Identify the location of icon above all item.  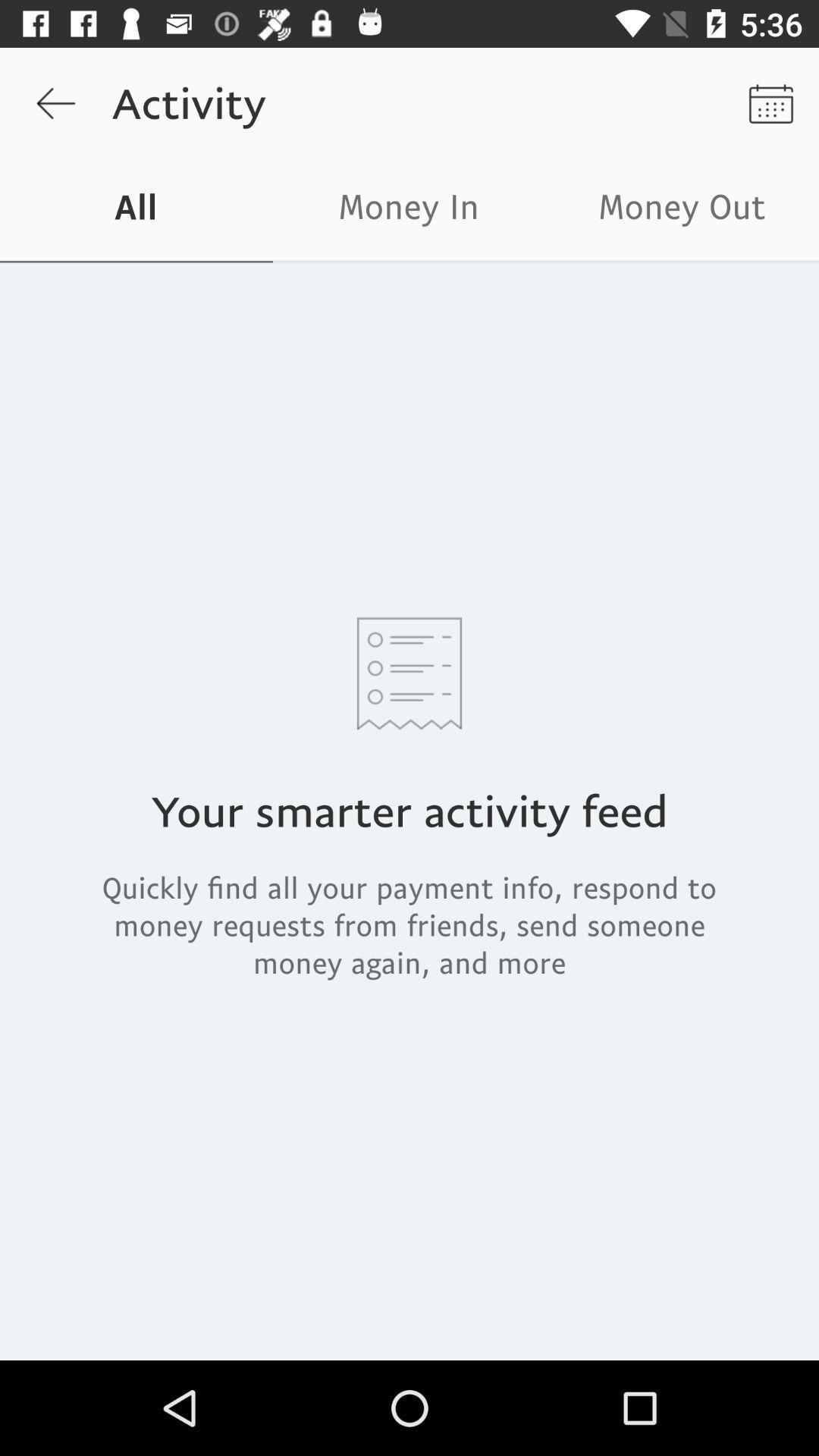
(55, 102).